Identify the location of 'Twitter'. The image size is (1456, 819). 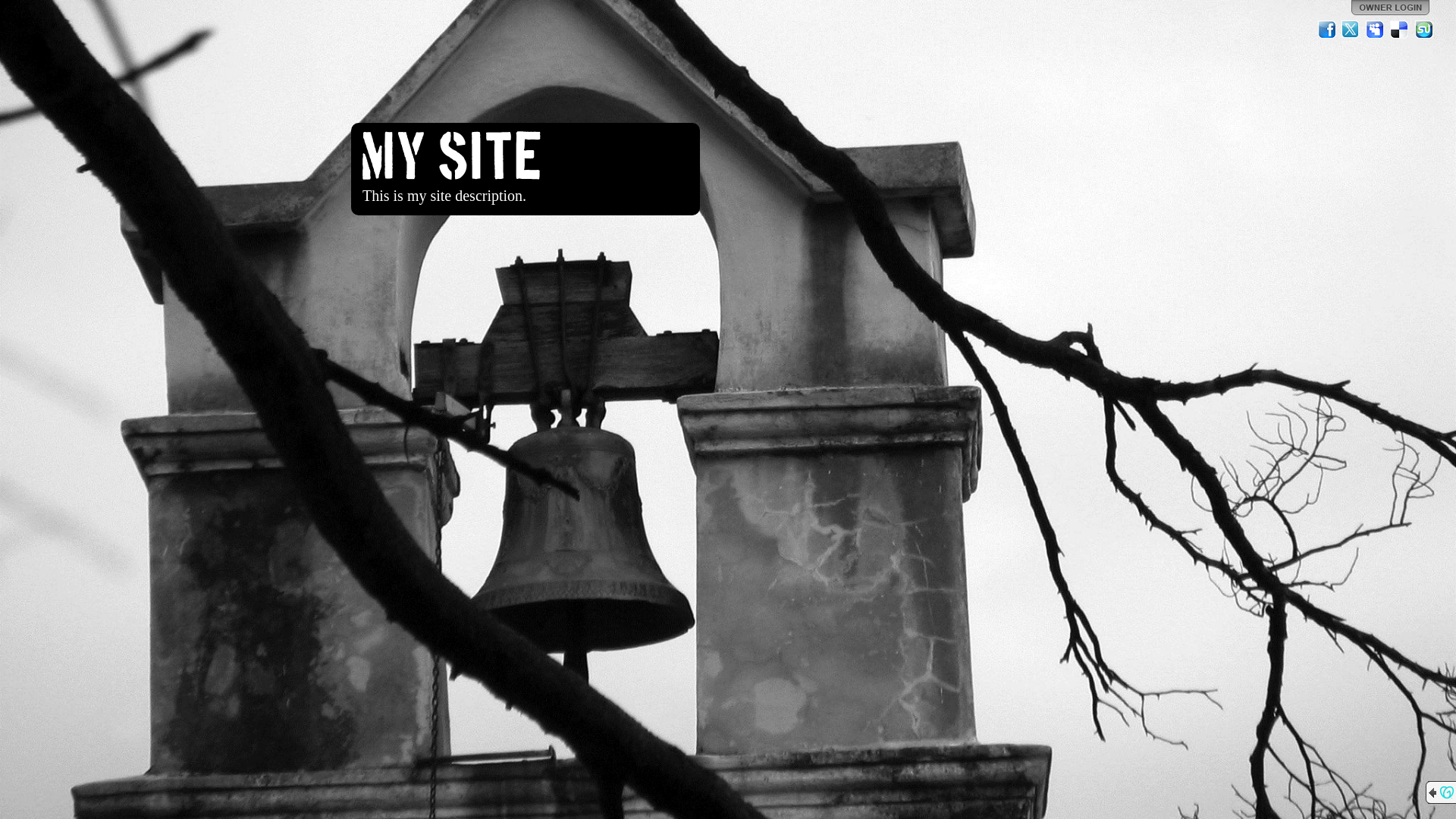
(1351, 29).